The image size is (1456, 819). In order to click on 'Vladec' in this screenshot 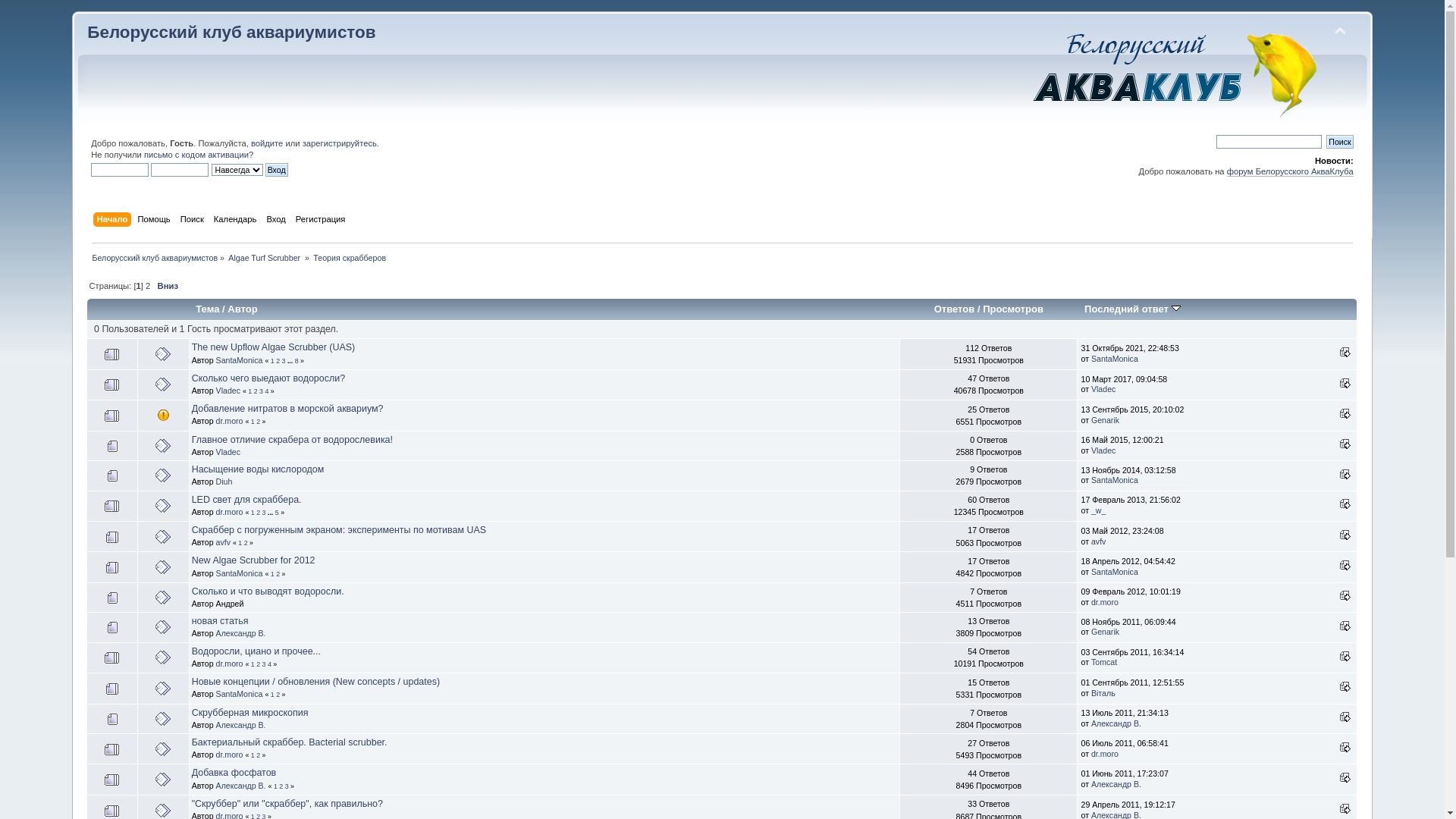, I will do `click(1103, 388)`.